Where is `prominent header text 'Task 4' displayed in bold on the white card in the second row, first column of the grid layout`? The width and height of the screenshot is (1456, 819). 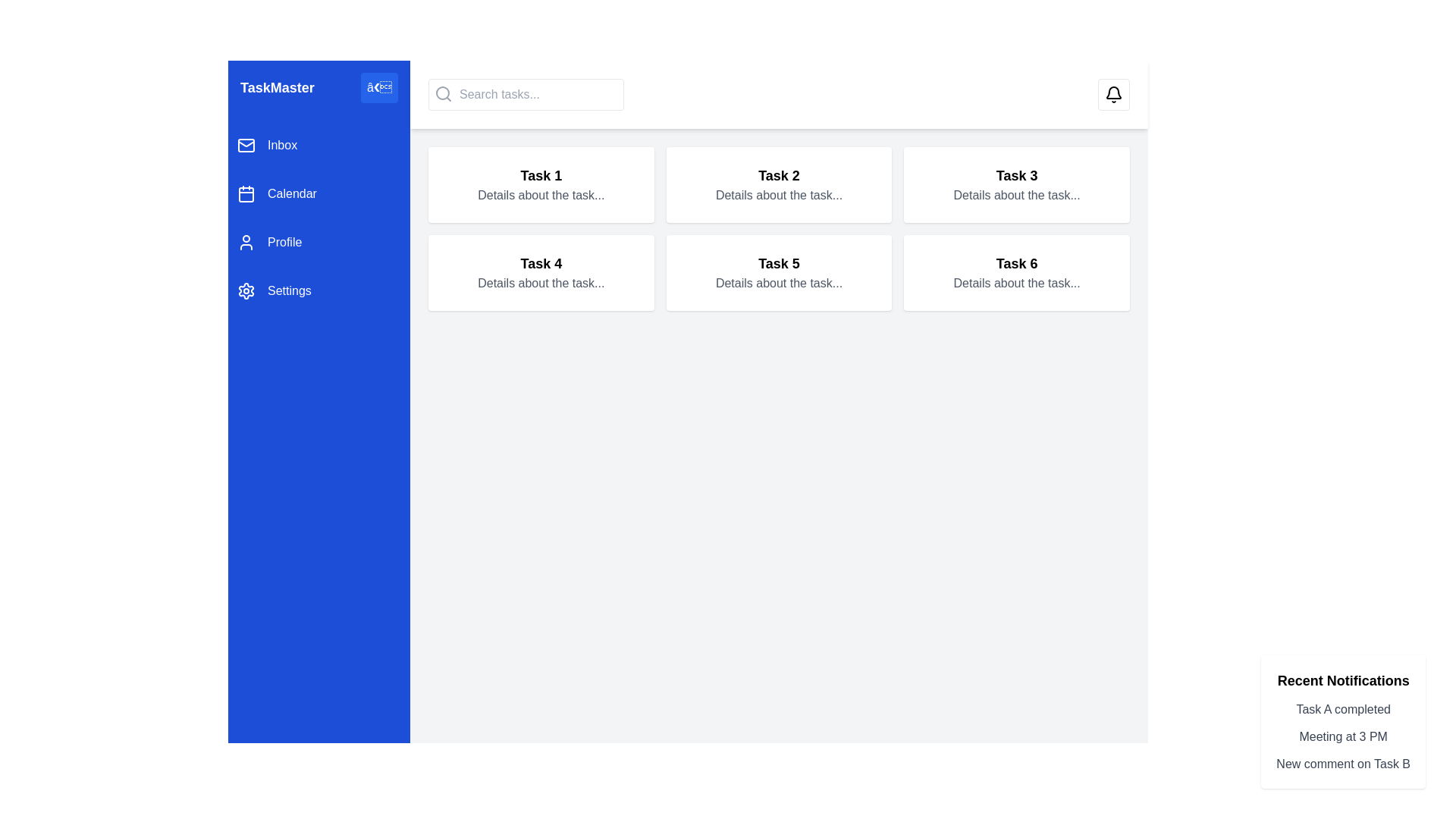
prominent header text 'Task 4' displayed in bold on the white card in the second row, first column of the grid layout is located at coordinates (541, 262).